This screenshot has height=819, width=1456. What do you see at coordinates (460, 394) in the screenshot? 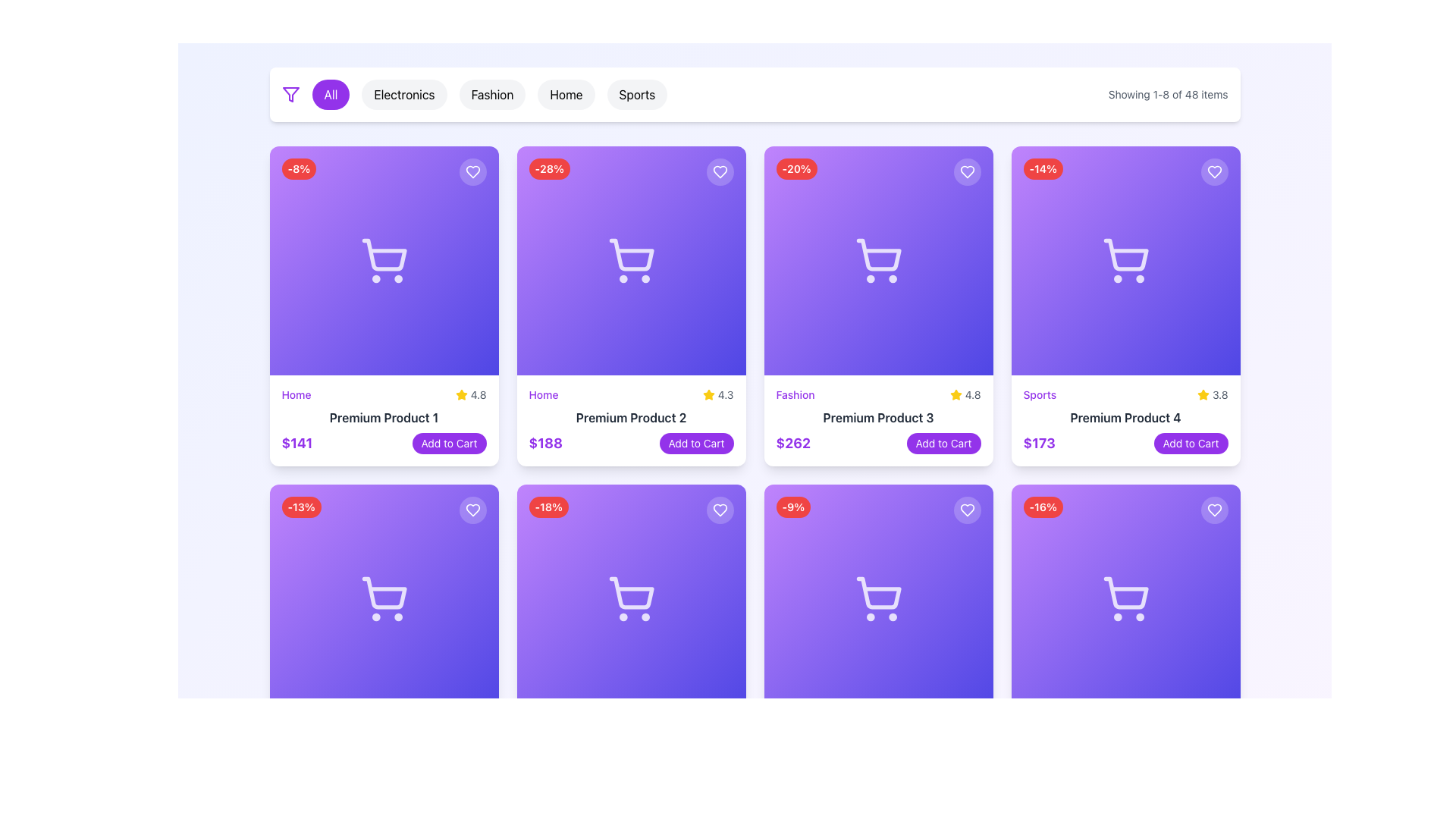
I see `the Star Icon located in the second card of the top row in the grid layout, which signifies a rating or favorite marker for the associated product` at bounding box center [460, 394].